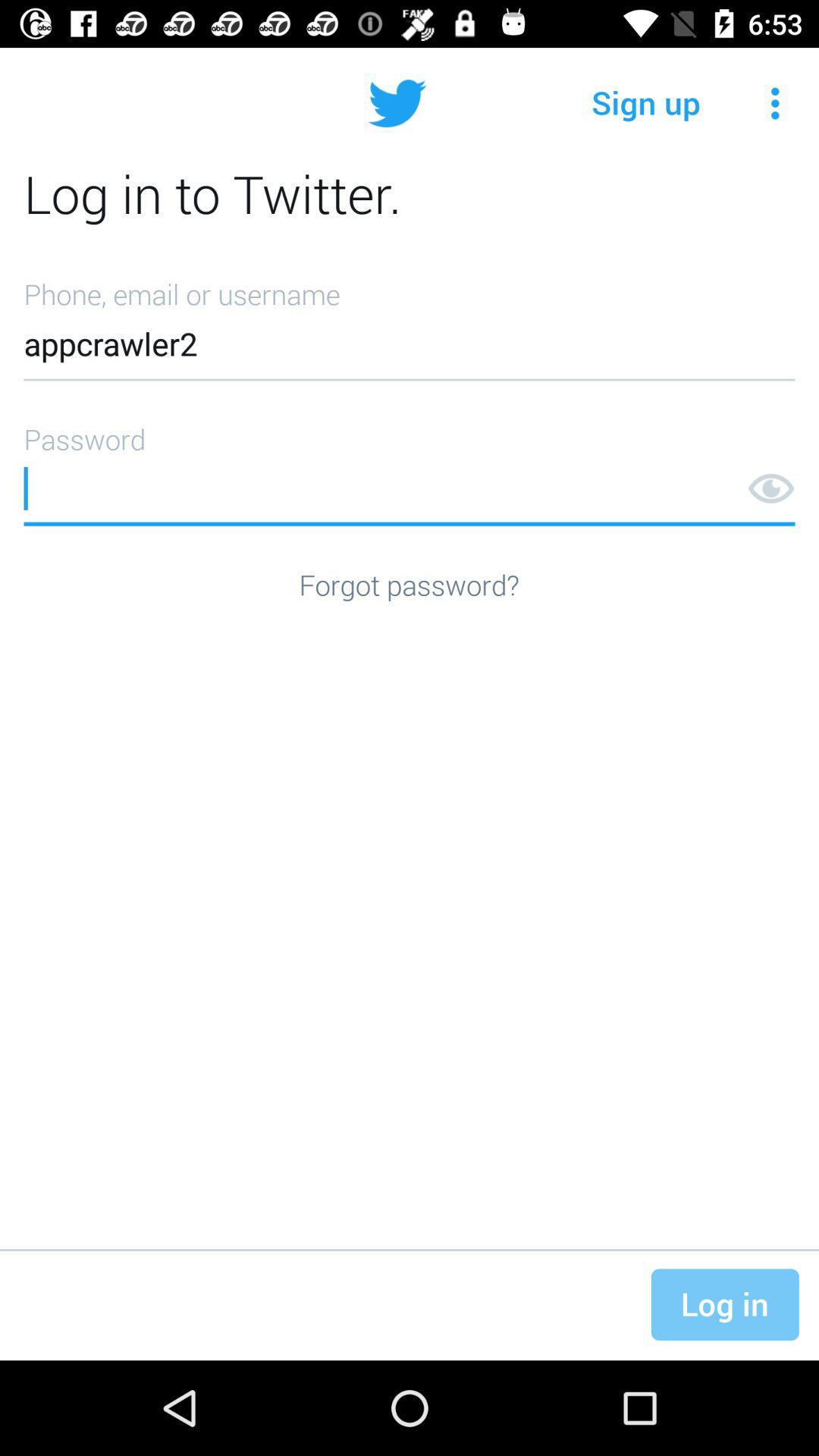  What do you see at coordinates (409, 323) in the screenshot?
I see `the item below log in to item` at bounding box center [409, 323].